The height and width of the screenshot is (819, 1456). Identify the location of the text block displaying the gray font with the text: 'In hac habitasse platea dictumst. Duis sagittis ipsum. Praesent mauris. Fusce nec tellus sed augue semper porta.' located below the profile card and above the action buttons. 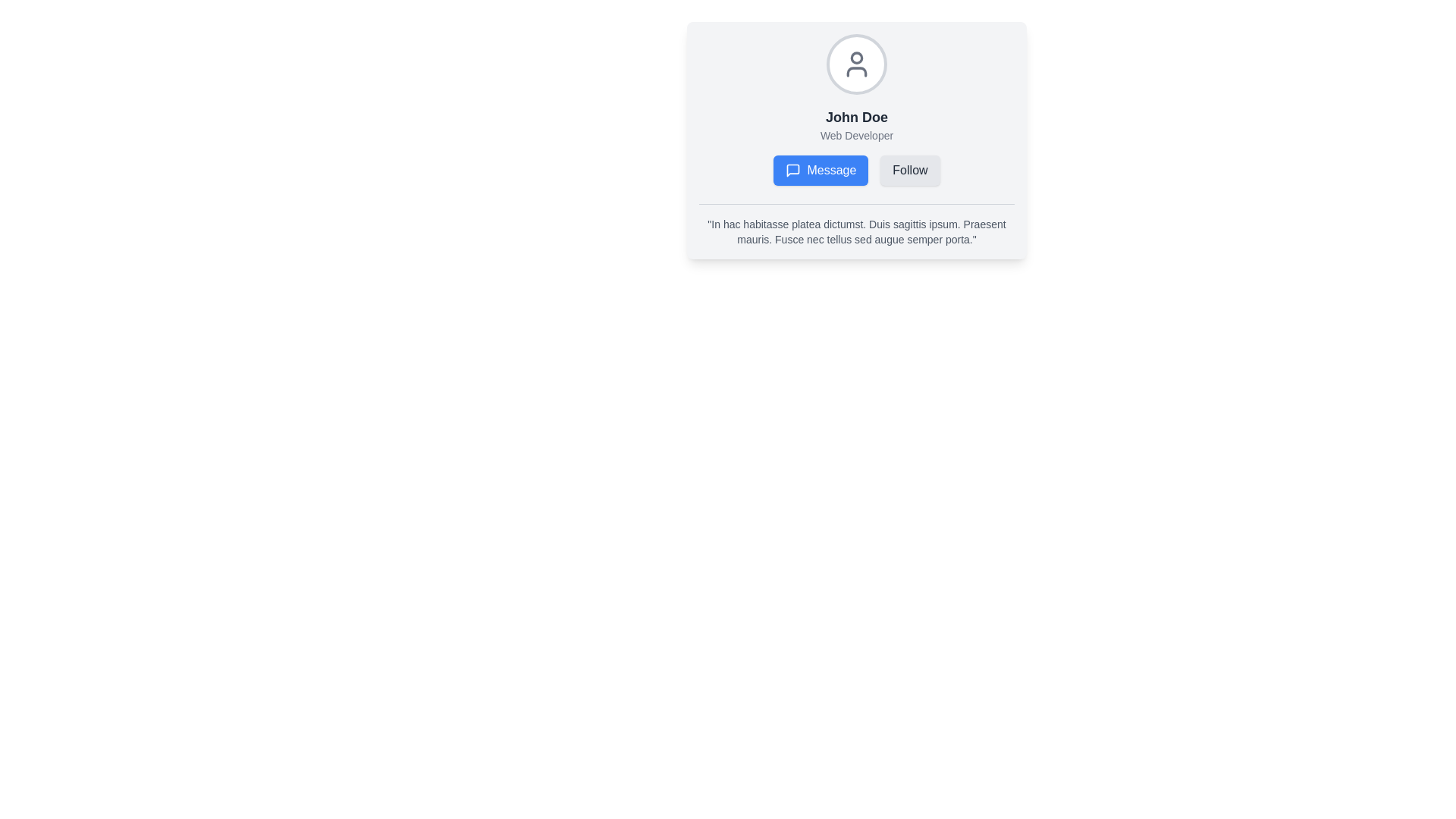
(856, 231).